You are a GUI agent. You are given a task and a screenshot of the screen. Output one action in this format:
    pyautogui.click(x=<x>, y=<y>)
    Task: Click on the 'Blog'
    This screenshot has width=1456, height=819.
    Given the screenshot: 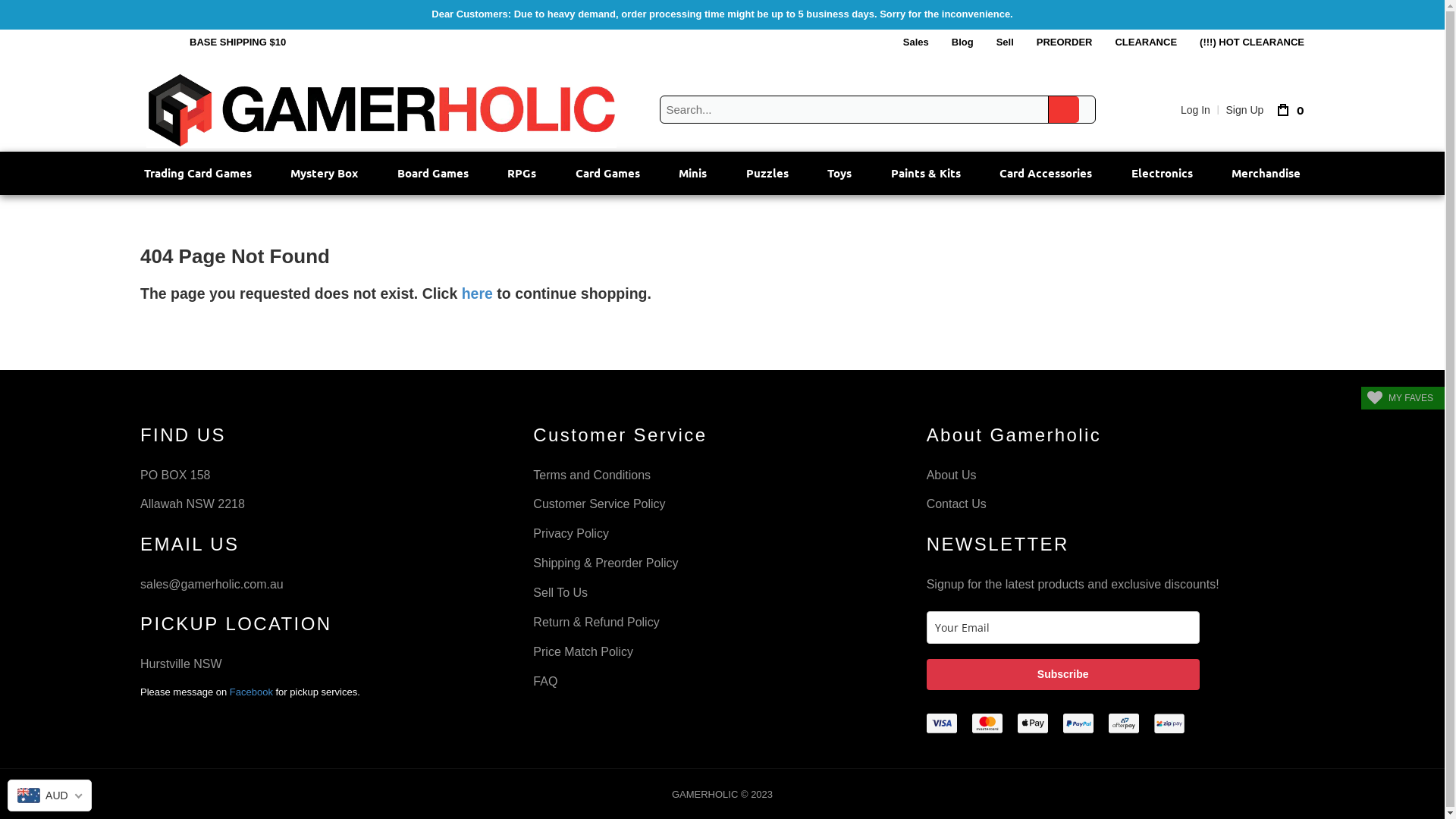 What is the action you would take?
    pyautogui.click(x=962, y=42)
    